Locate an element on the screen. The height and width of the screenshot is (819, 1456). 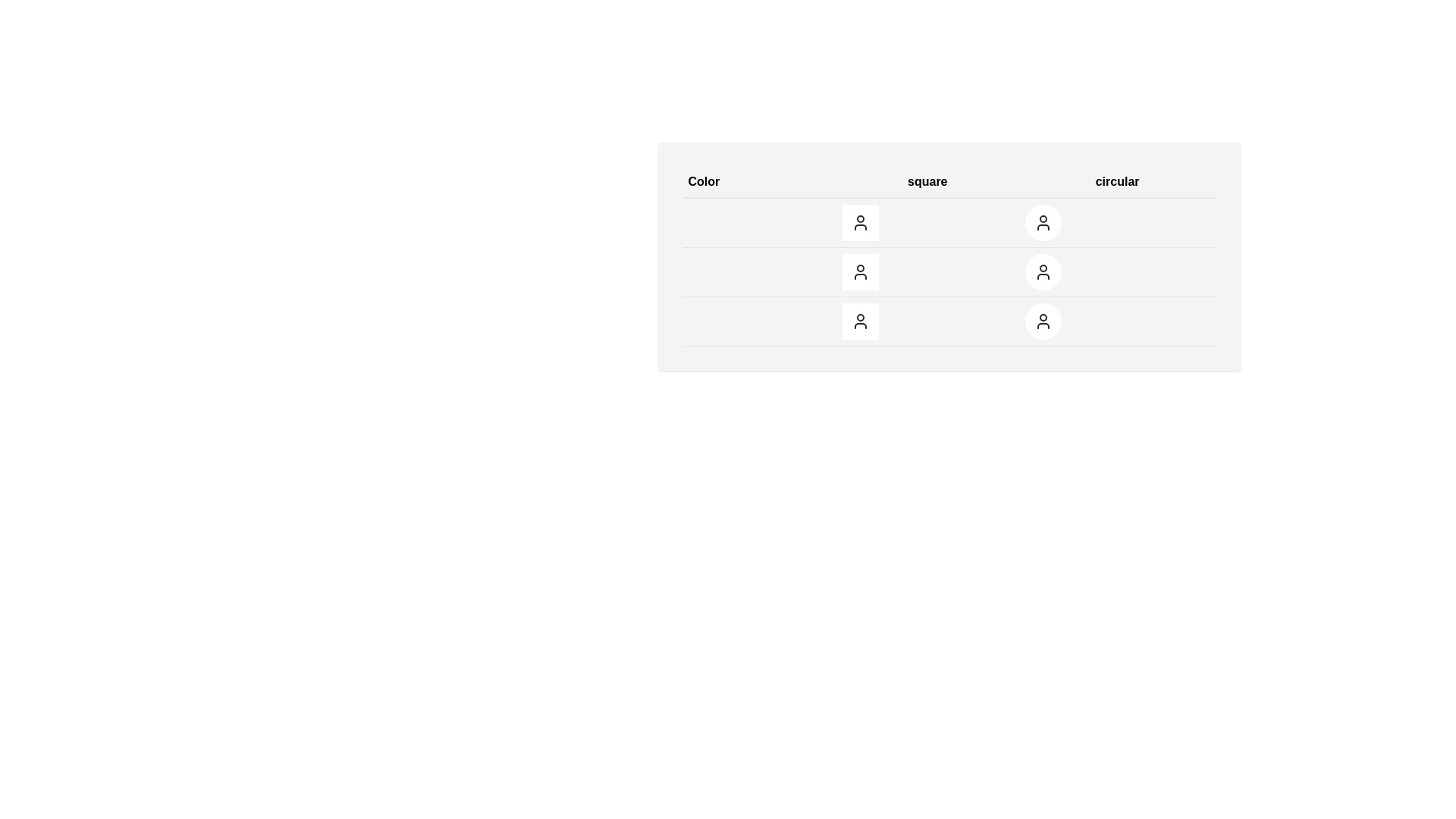
the Circular indicator located in the third row under the 'Color' column is located at coordinates (699, 321).